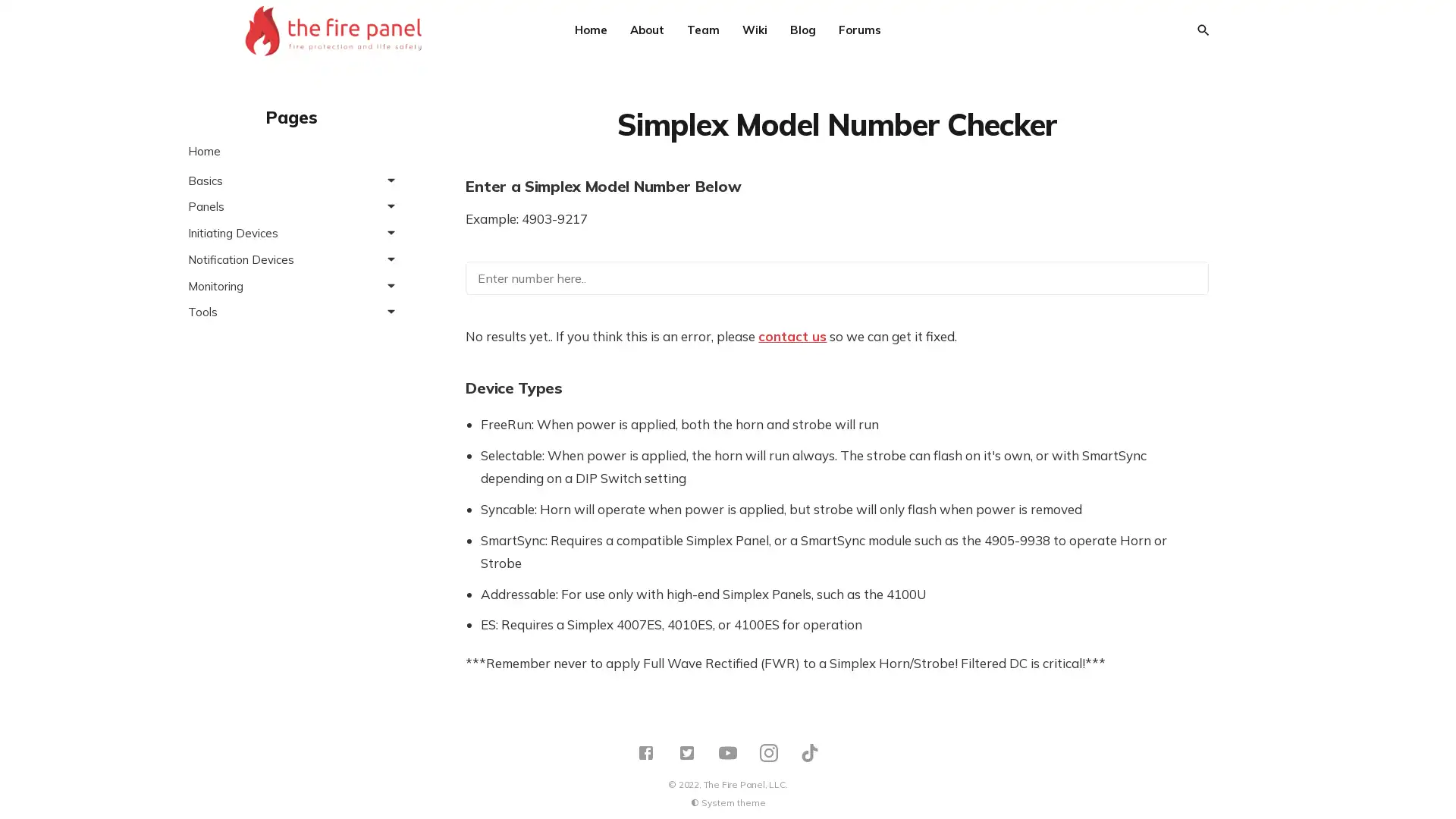 The image size is (1456, 819). I want to click on Tools, so click(291, 311).